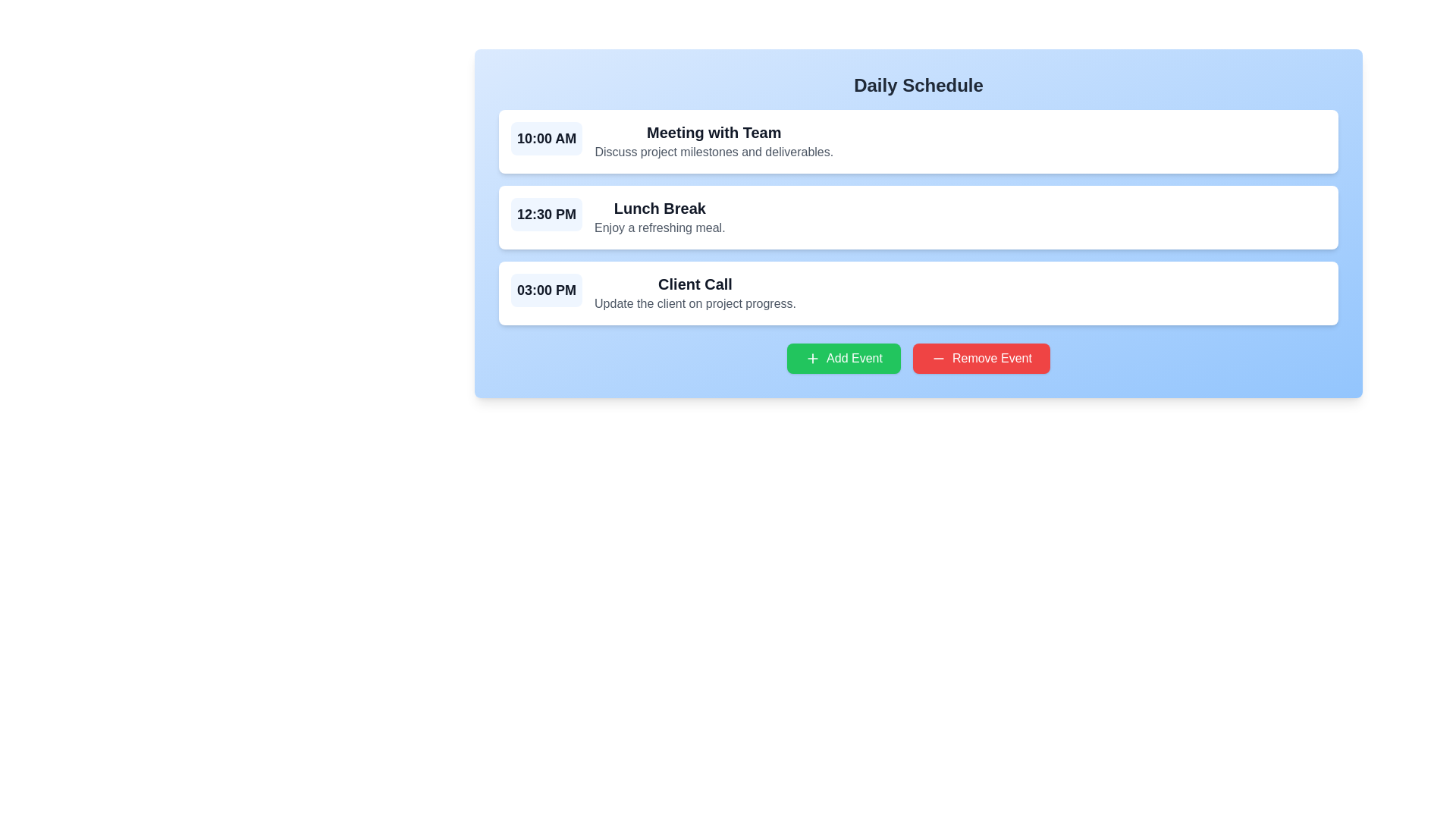  Describe the element at coordinates (546, 138) in the screenshot. I see `the label that displays '10:00 AM' in a blue background block with rounded corners, located in the top-left corner of the first event block adjacent to the title 'Meeting with Team'` at that location.